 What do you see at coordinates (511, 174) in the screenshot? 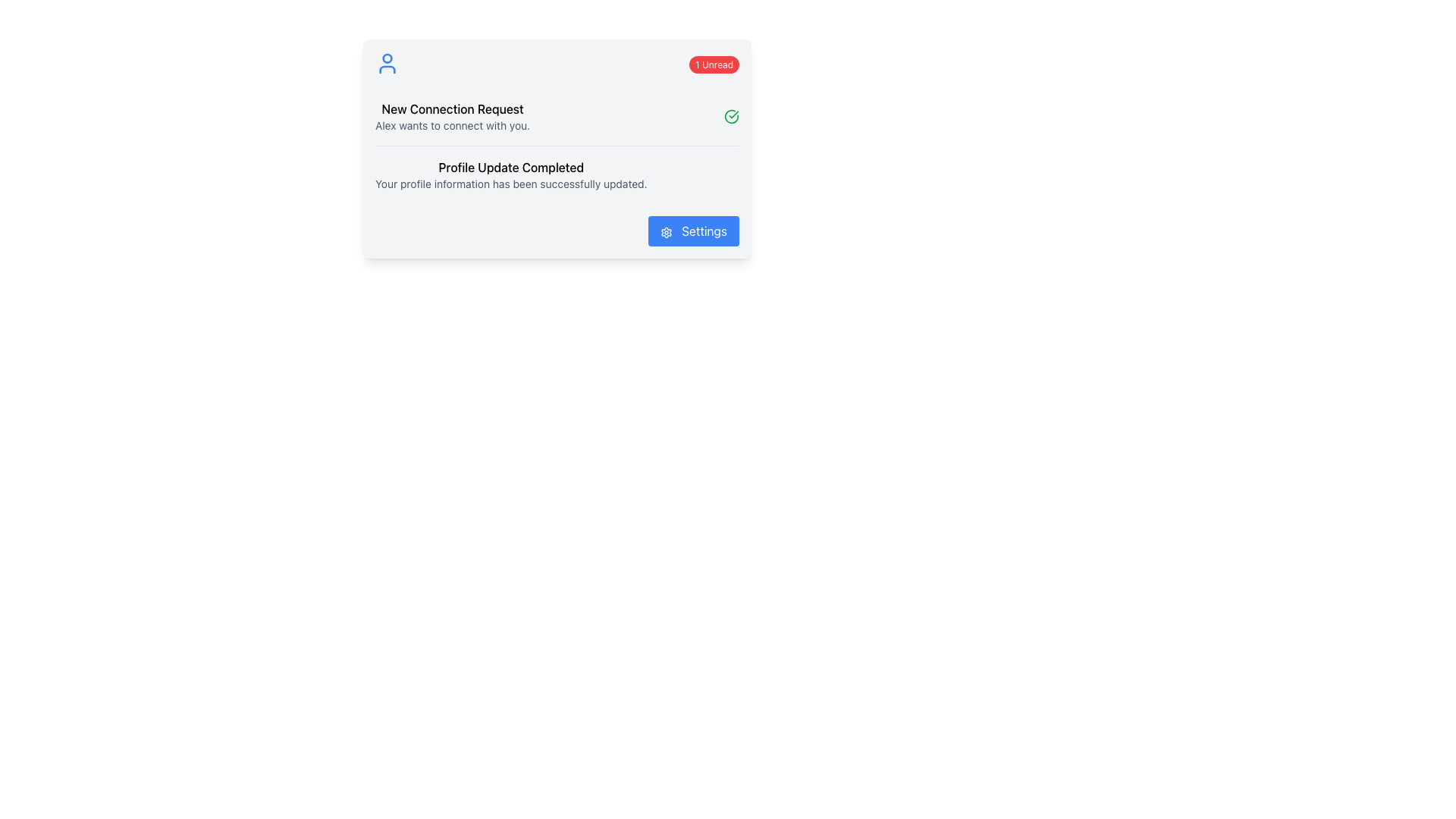
I see `the static notification message displaying 'Profile Update Completed' and 'Your profile information has been successfully updated'` at bounding box center [511, 174].